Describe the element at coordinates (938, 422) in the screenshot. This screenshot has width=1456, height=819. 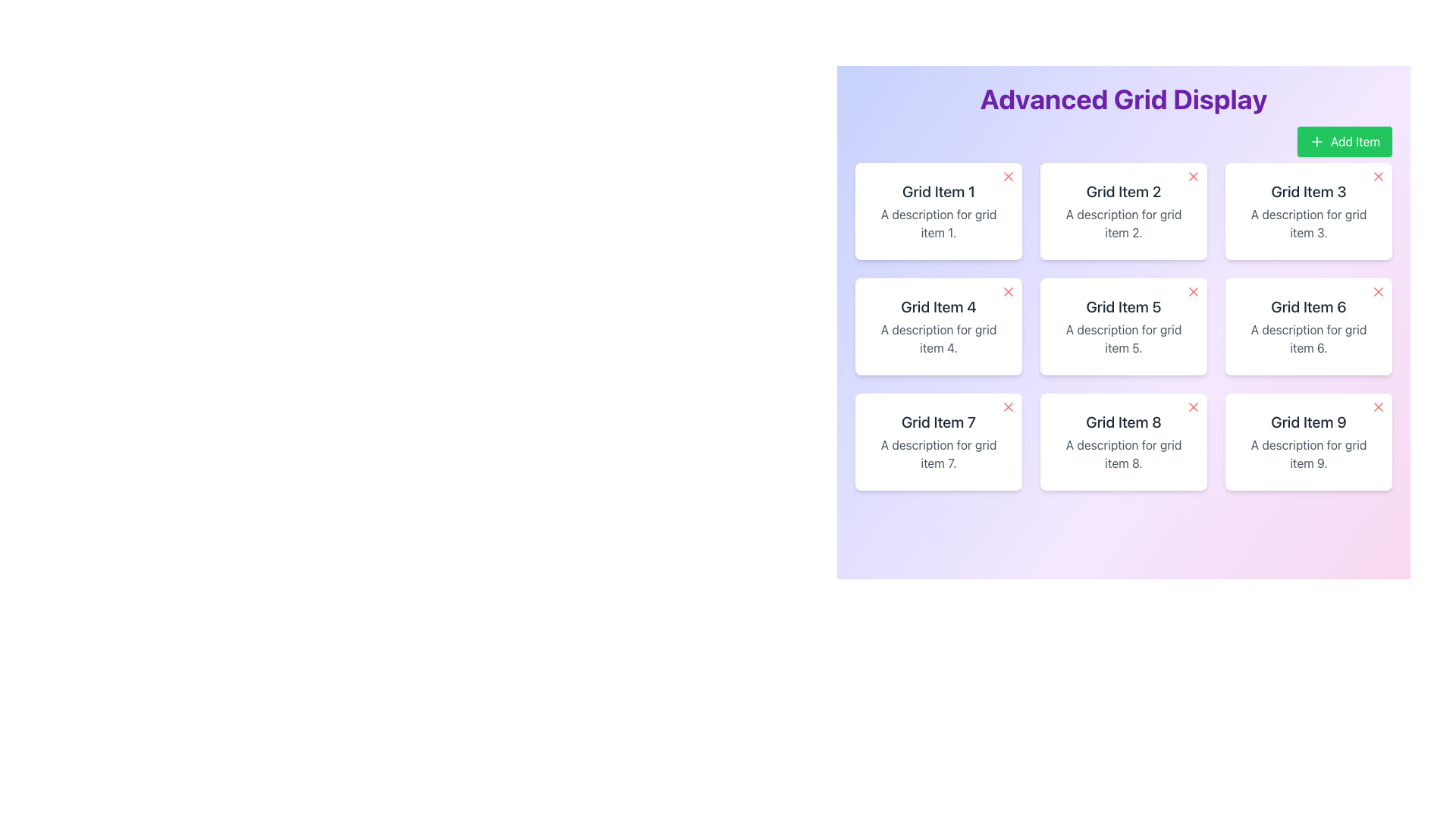
I see `the 'Grid Item 7' static text element, which serves as the title for the card in the first column of the second row in a 3x3 grid layout` at that location.